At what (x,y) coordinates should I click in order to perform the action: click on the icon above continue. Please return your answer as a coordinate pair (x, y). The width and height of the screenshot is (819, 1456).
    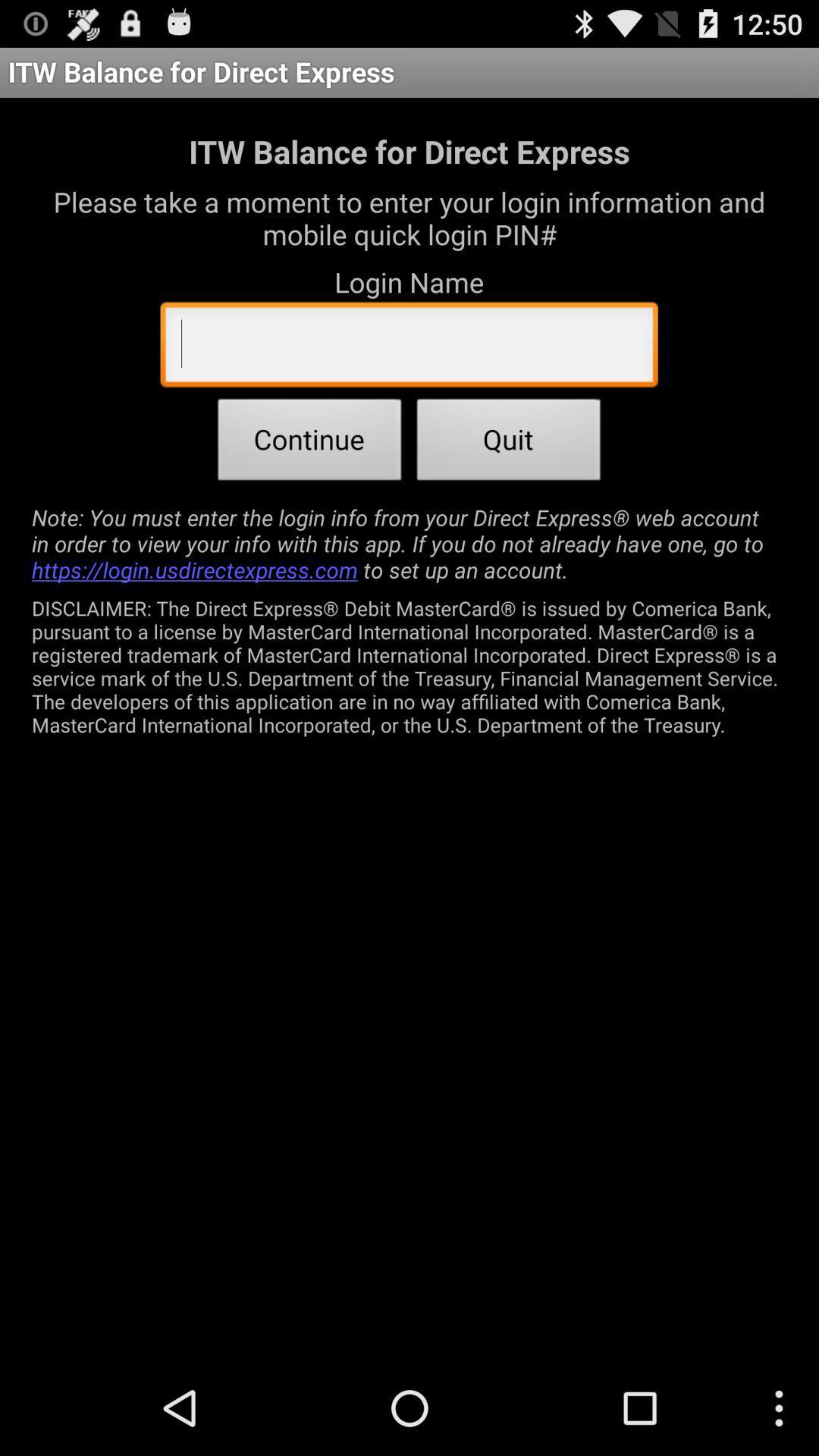
    Looking at the image, I should click on (408, 347).